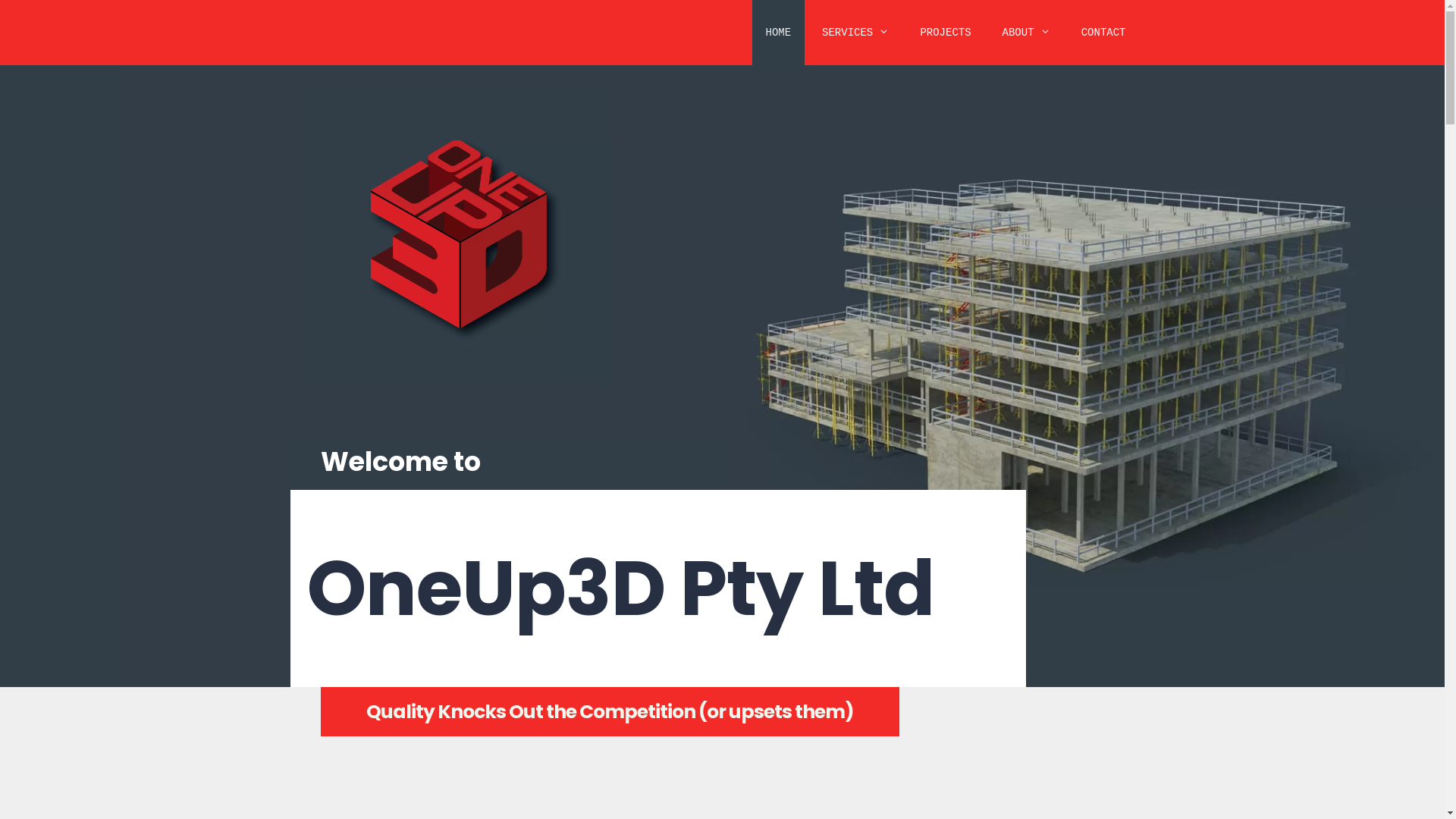 This screenshot has height=819, width=1456. What do you see at coordinates (455, 234) in the screenshot?
I see `'One Up 3D'` at bounding box center [455, 234].